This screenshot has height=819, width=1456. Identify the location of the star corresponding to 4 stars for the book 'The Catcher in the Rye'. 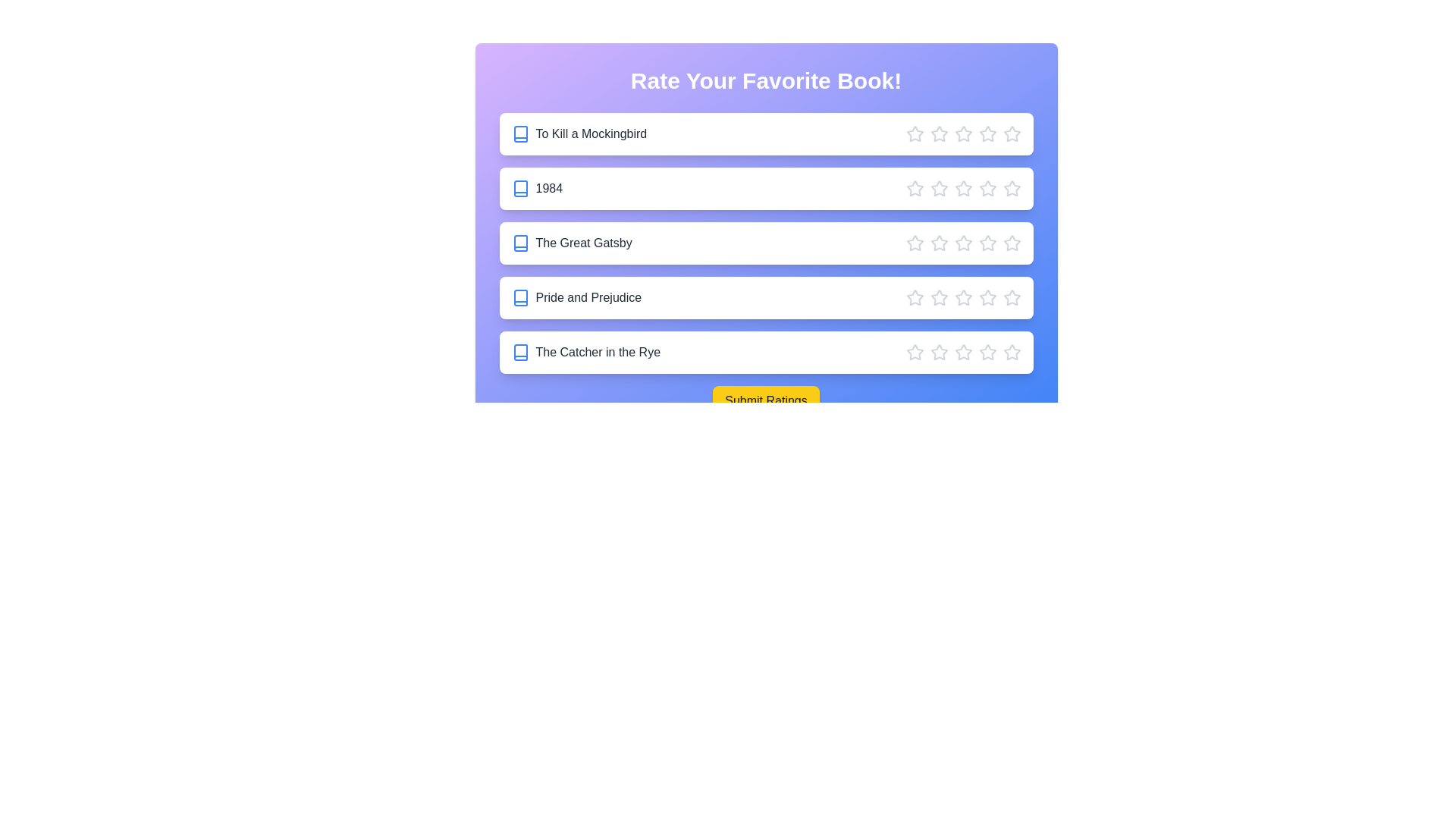
(987, 353).